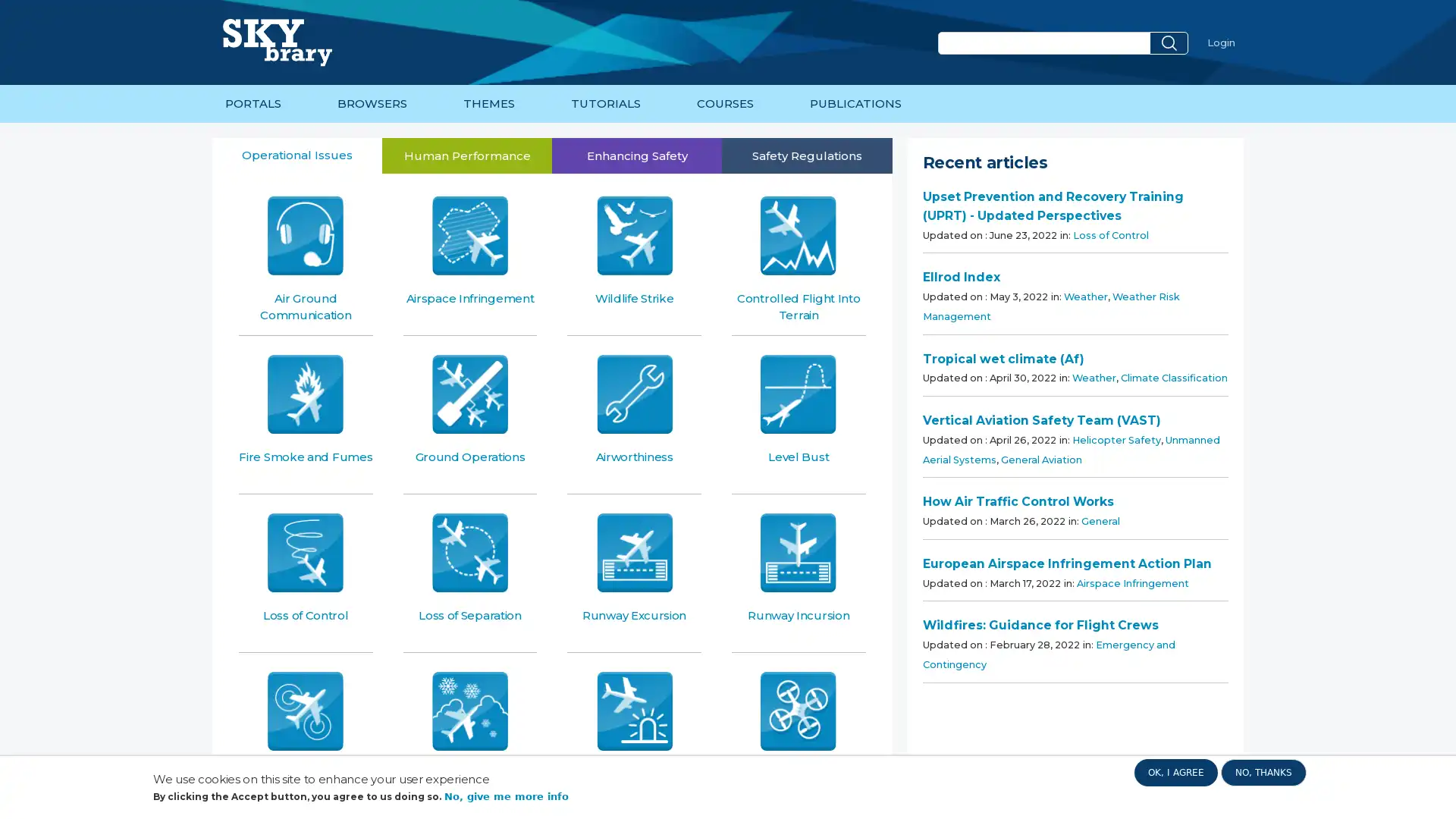 The height and width of the screenshot is (819, 1456). What do you see at coordinates (506, 795) in the screenshot?
I see `No, give me more info` at bounding box center [506, 795].